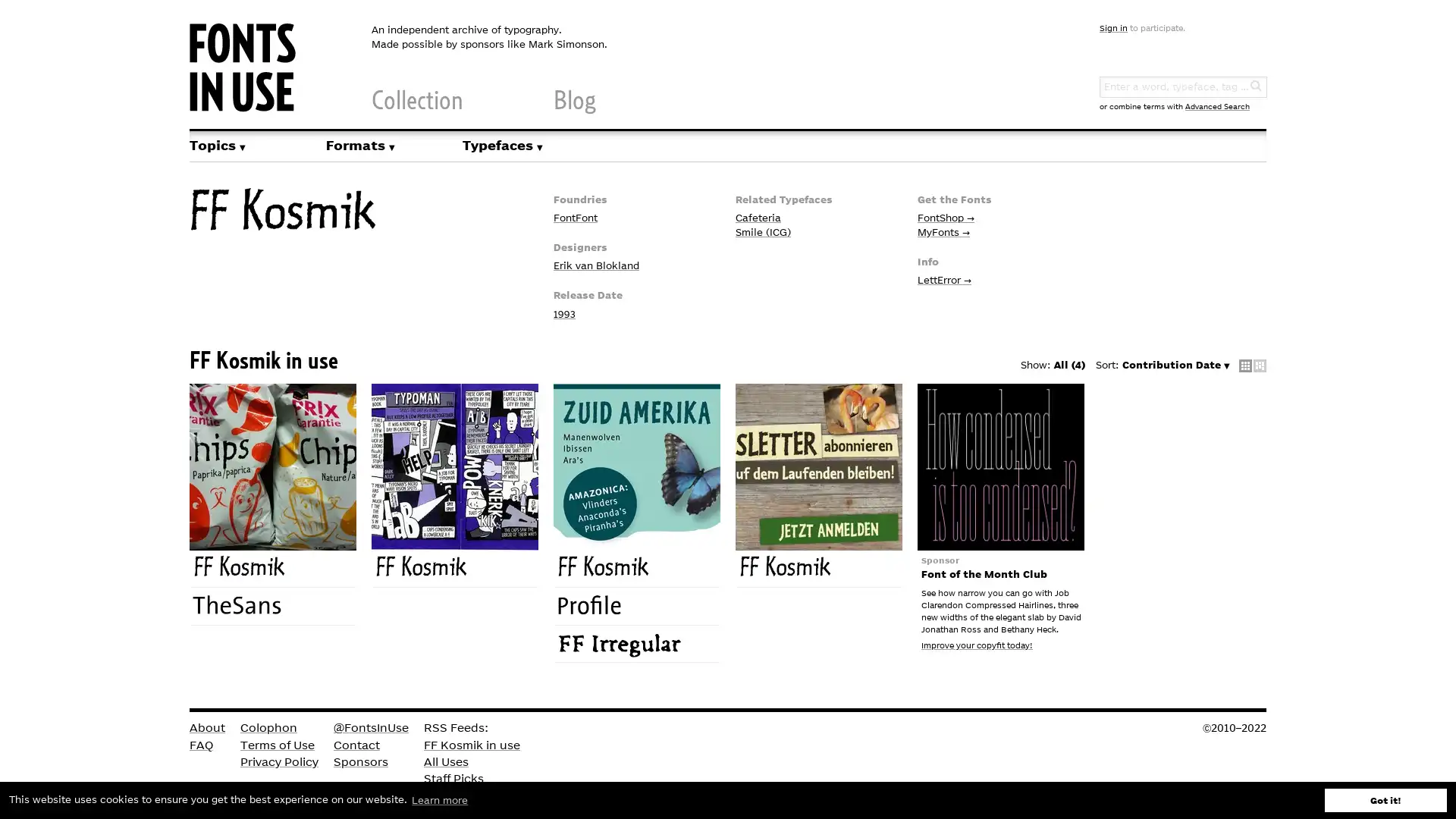 This screenshot has width=1456, height=819. I want to click on dismiss cookie message, so click(1385, 799).